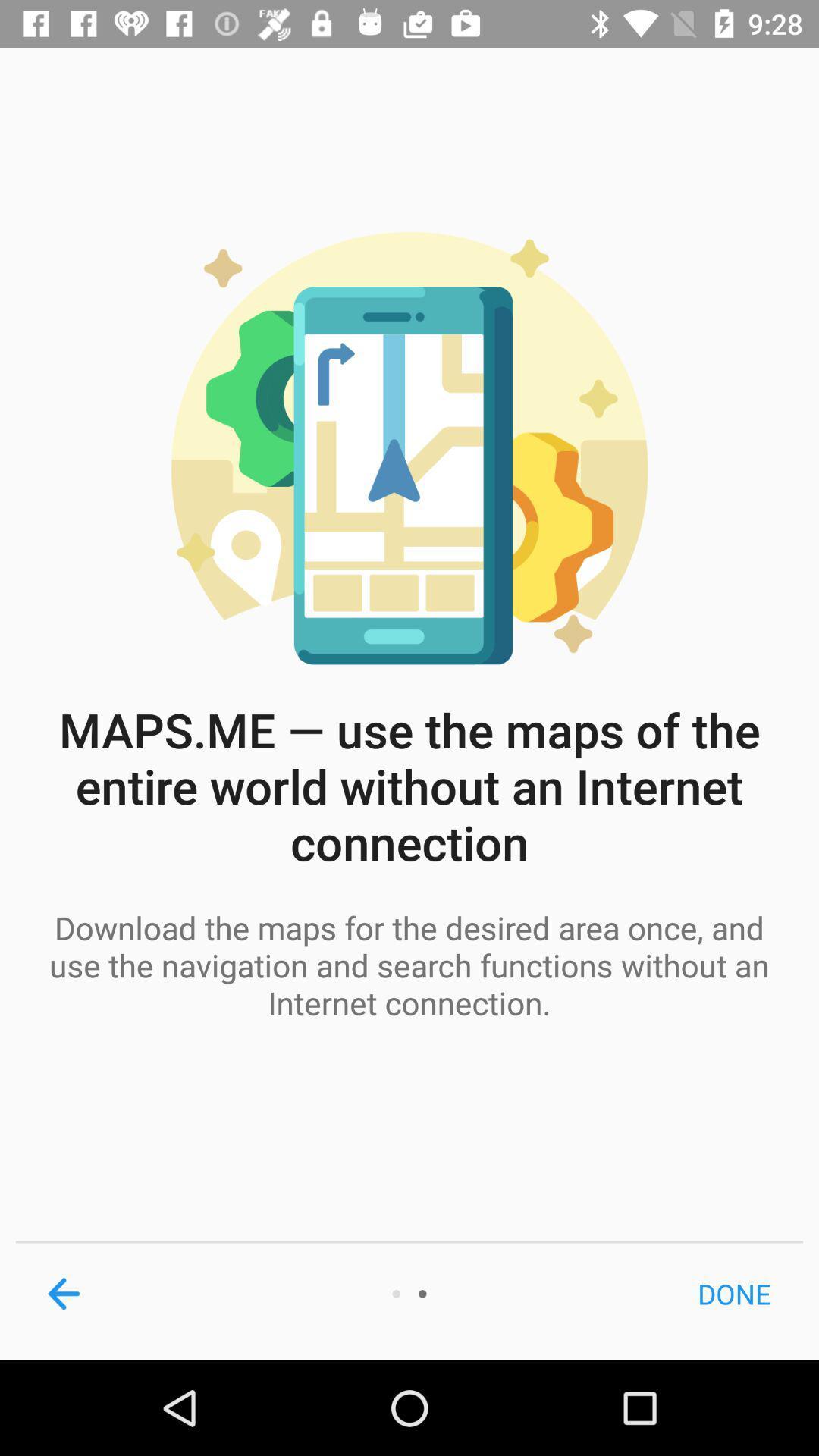 Image resolution: width=819 pixels, height=1456 pixels. I want to click on the arrow_backward icon, so click(63, 1293).